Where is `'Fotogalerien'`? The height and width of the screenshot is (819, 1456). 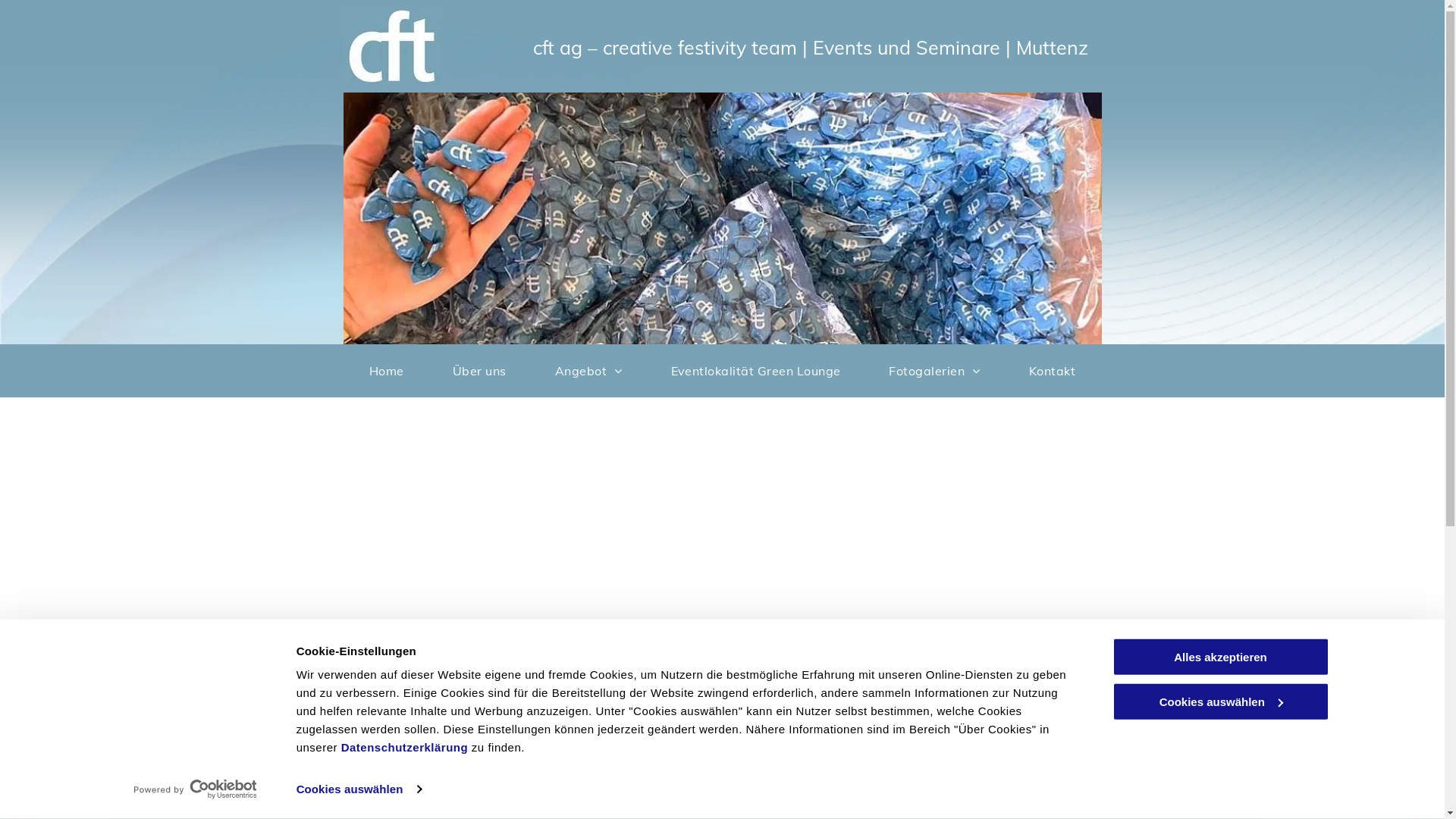 'Fotogalerien' is located at coordinates (934, 371).